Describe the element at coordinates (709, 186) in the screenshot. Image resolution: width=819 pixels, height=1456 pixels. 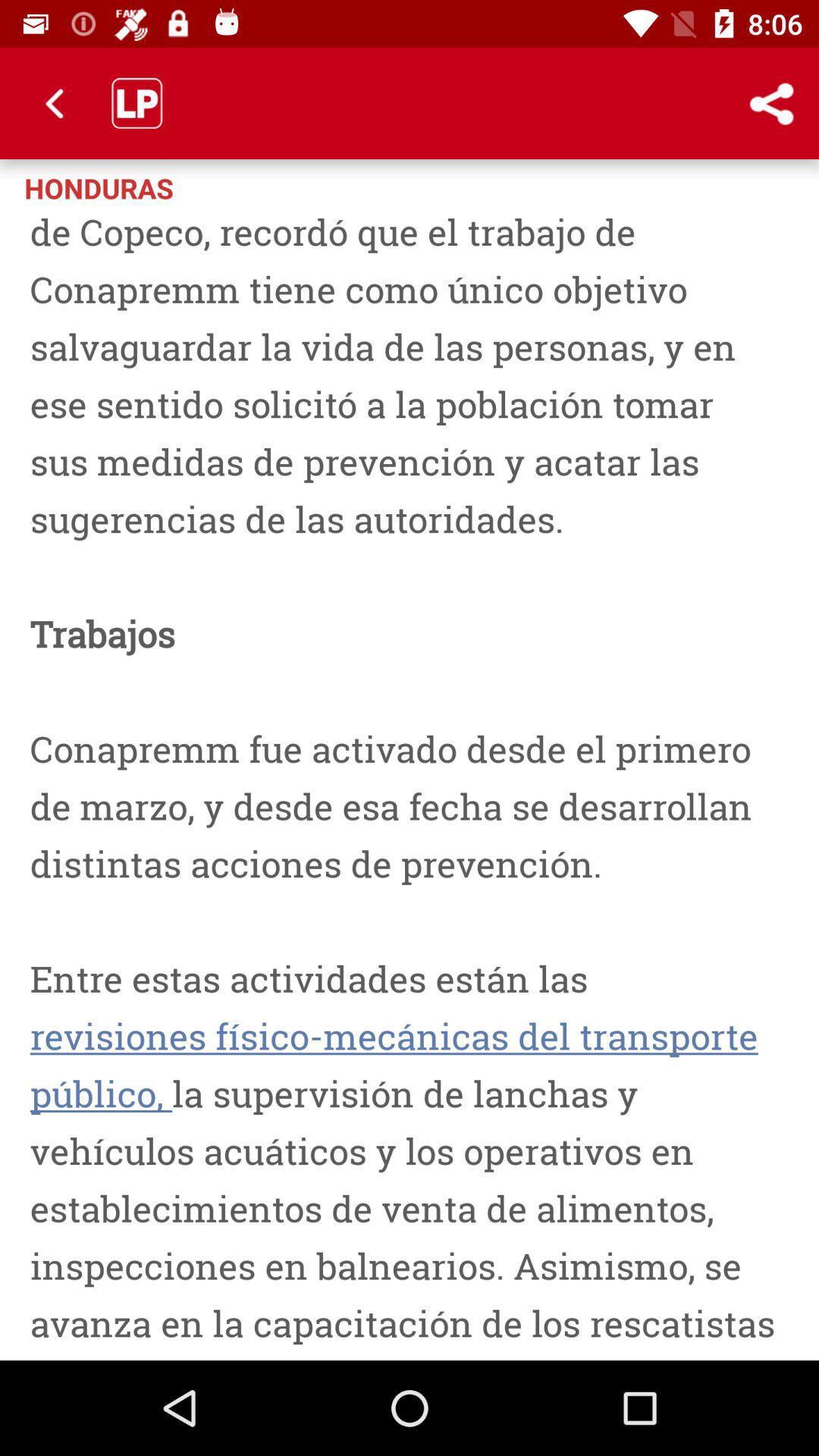
I see `icon to the right of the honduras item` at that location.